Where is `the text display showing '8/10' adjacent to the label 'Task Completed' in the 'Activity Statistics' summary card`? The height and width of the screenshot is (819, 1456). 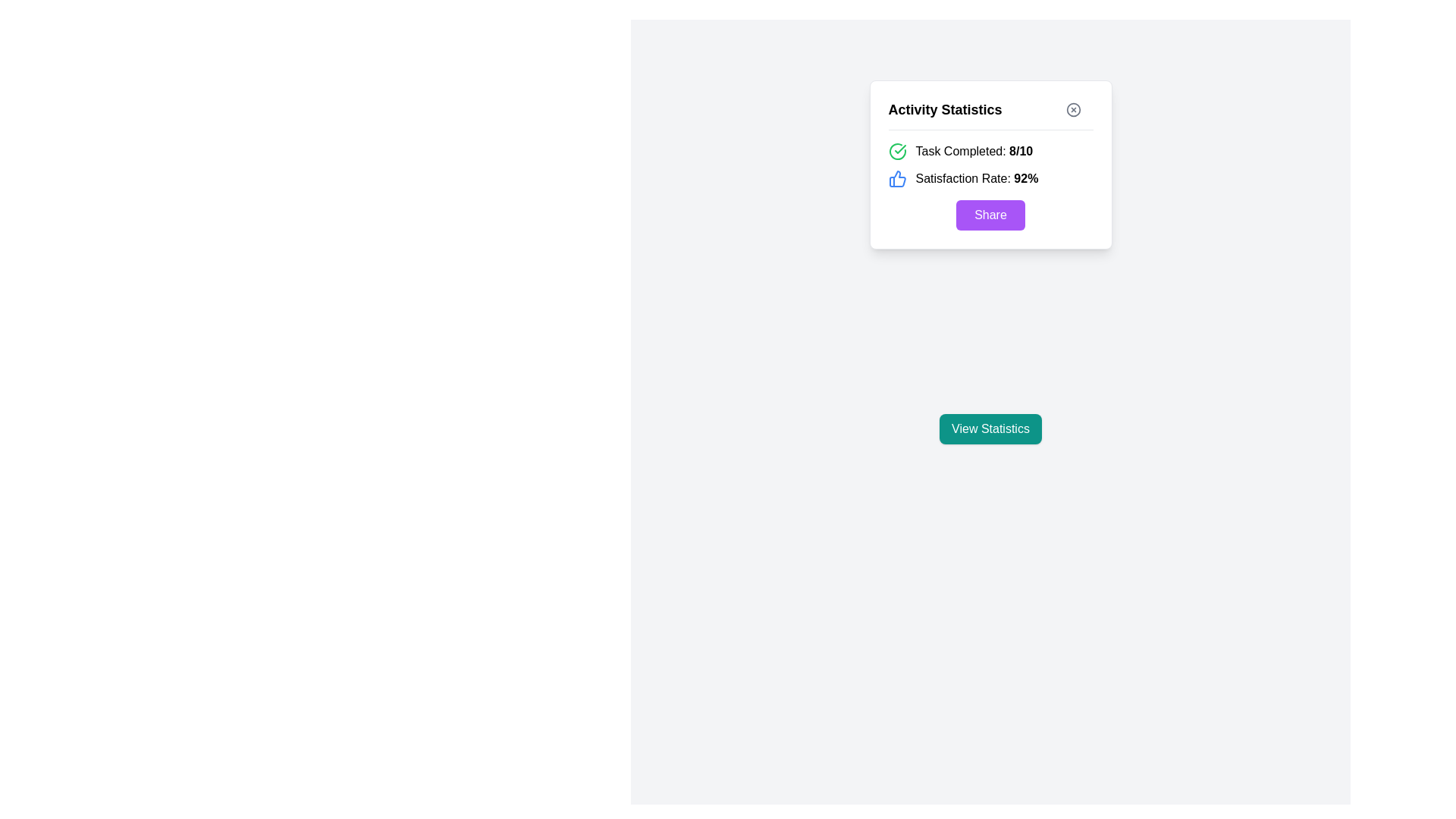
the text display showing '8/10' adjacent to the label 'Task Completed' in the 'Activity Statistics' summary card is located at coordinates (1021, 151).